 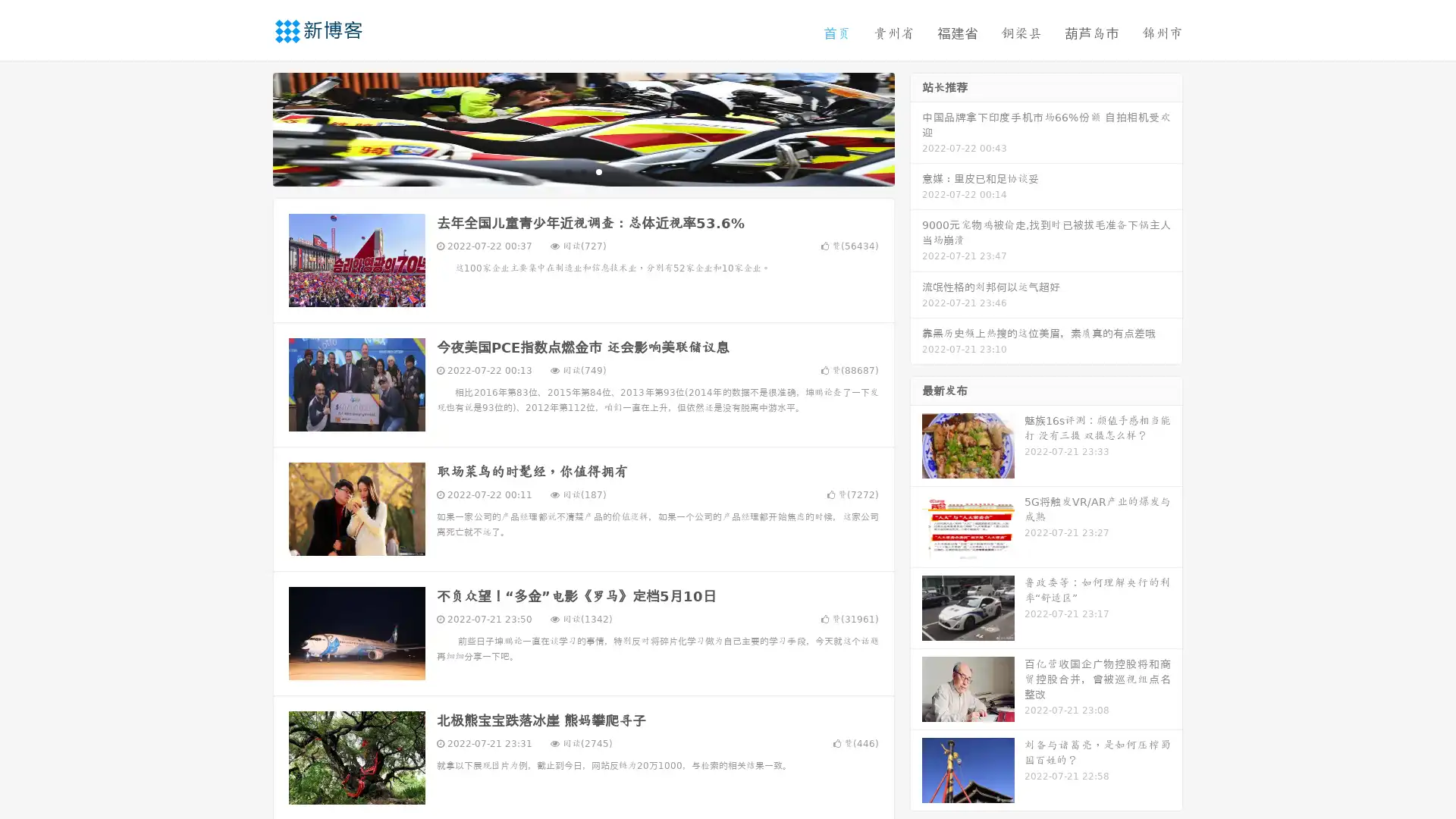 I want to click on Previous slide, so click(x=250, y=127).